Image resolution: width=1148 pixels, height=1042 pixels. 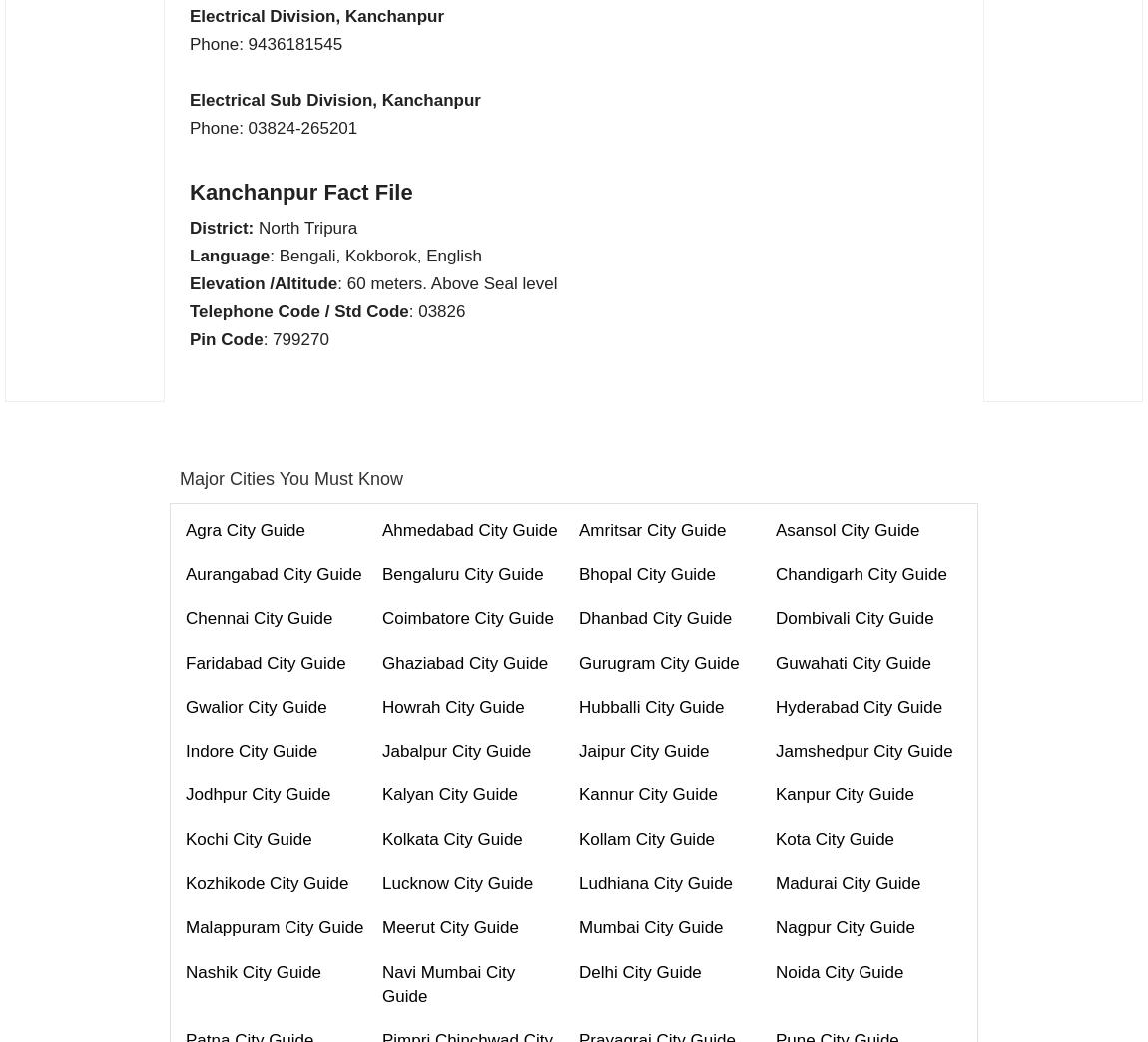 I want to click on 'Kanchanpur Fact File', so click(x=300, y=190).